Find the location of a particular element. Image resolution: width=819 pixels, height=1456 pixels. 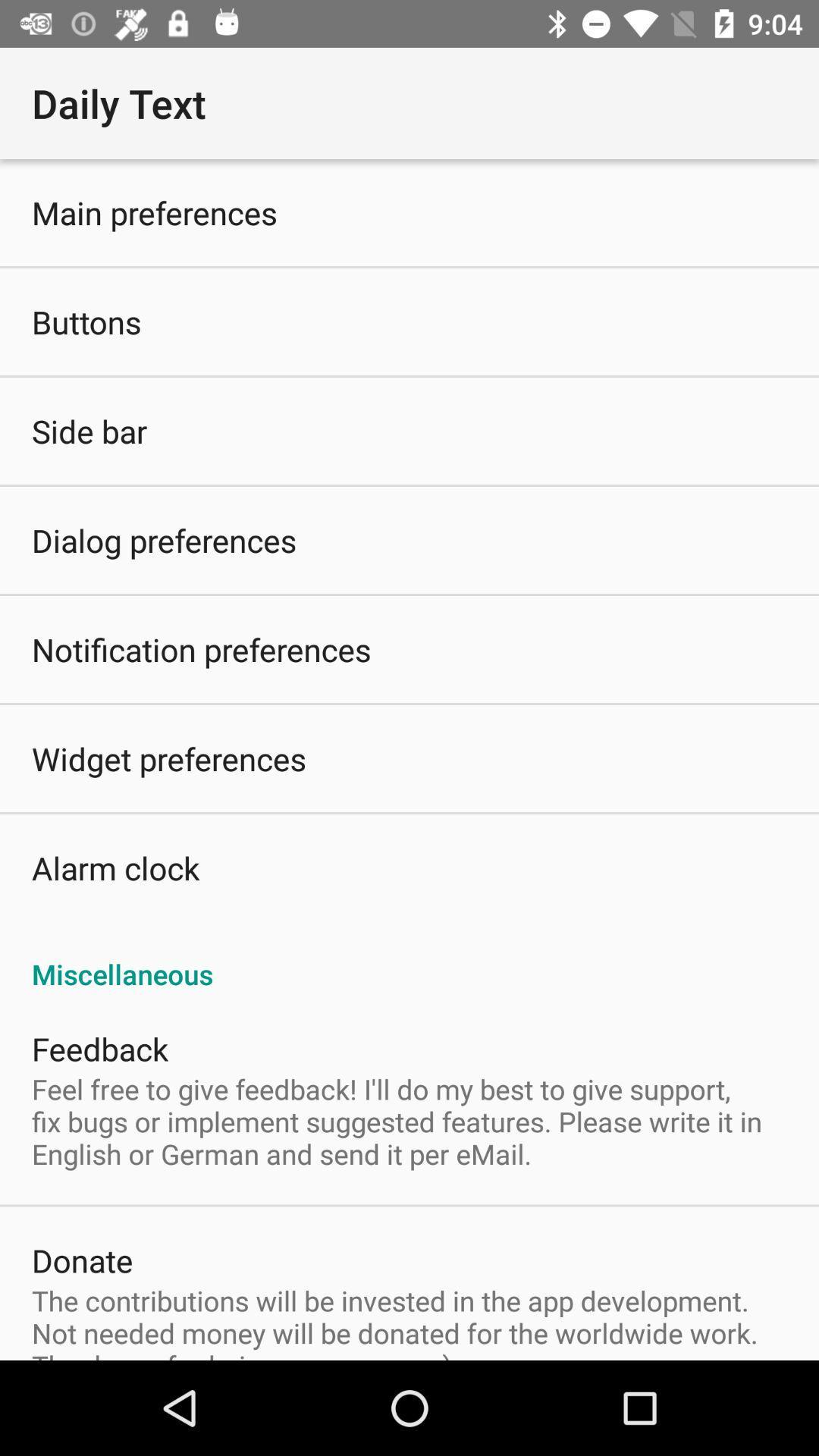

the side bar item is located at coordinates (89, 430).